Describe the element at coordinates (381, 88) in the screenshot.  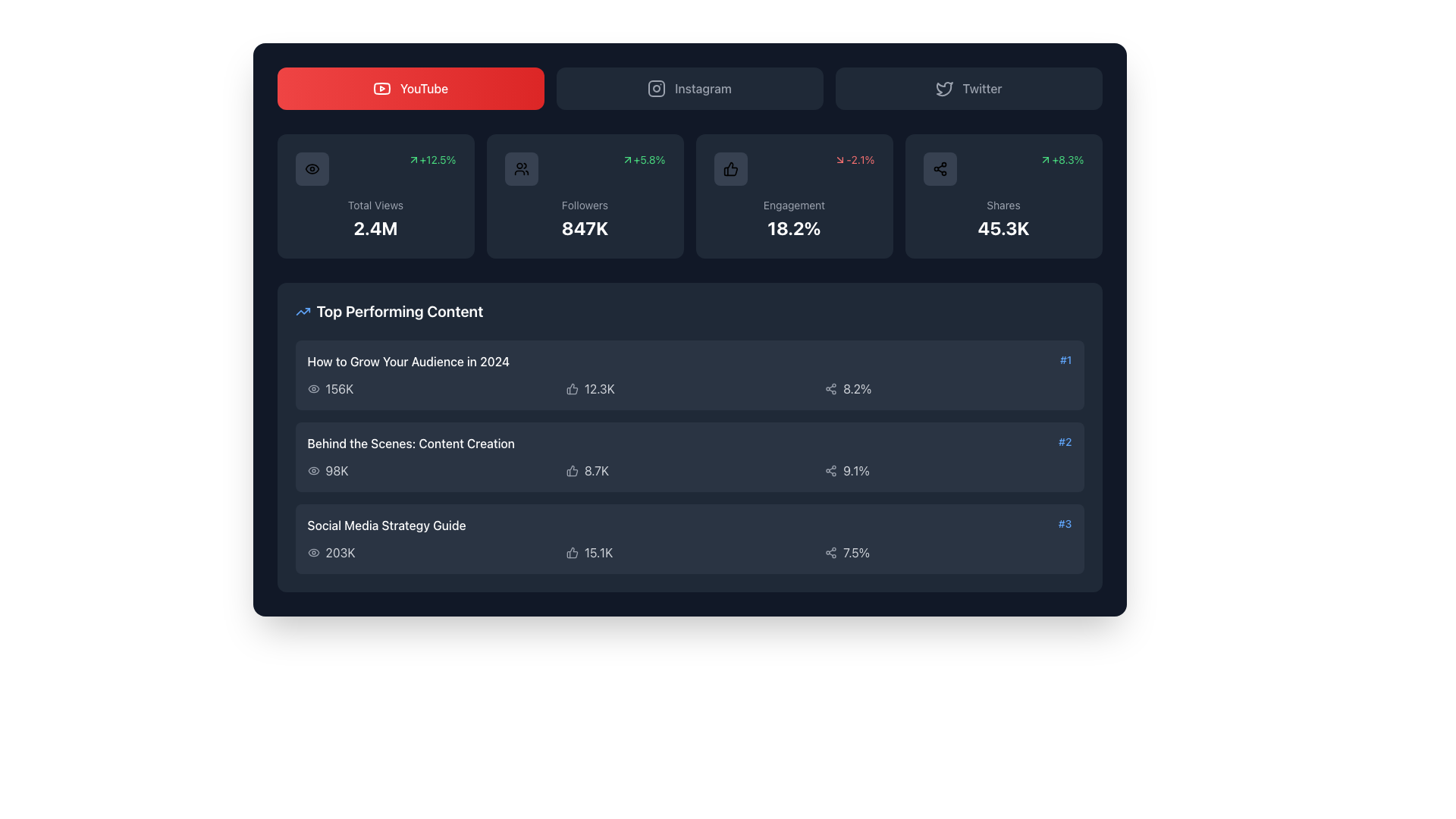
I see `the vector graphic element that forms the background shape of the YouTube icon, which is a stretched rectangle with rounded ends, located within the red button labeled 'YouTube' in the top-left region of the interface` at that location.